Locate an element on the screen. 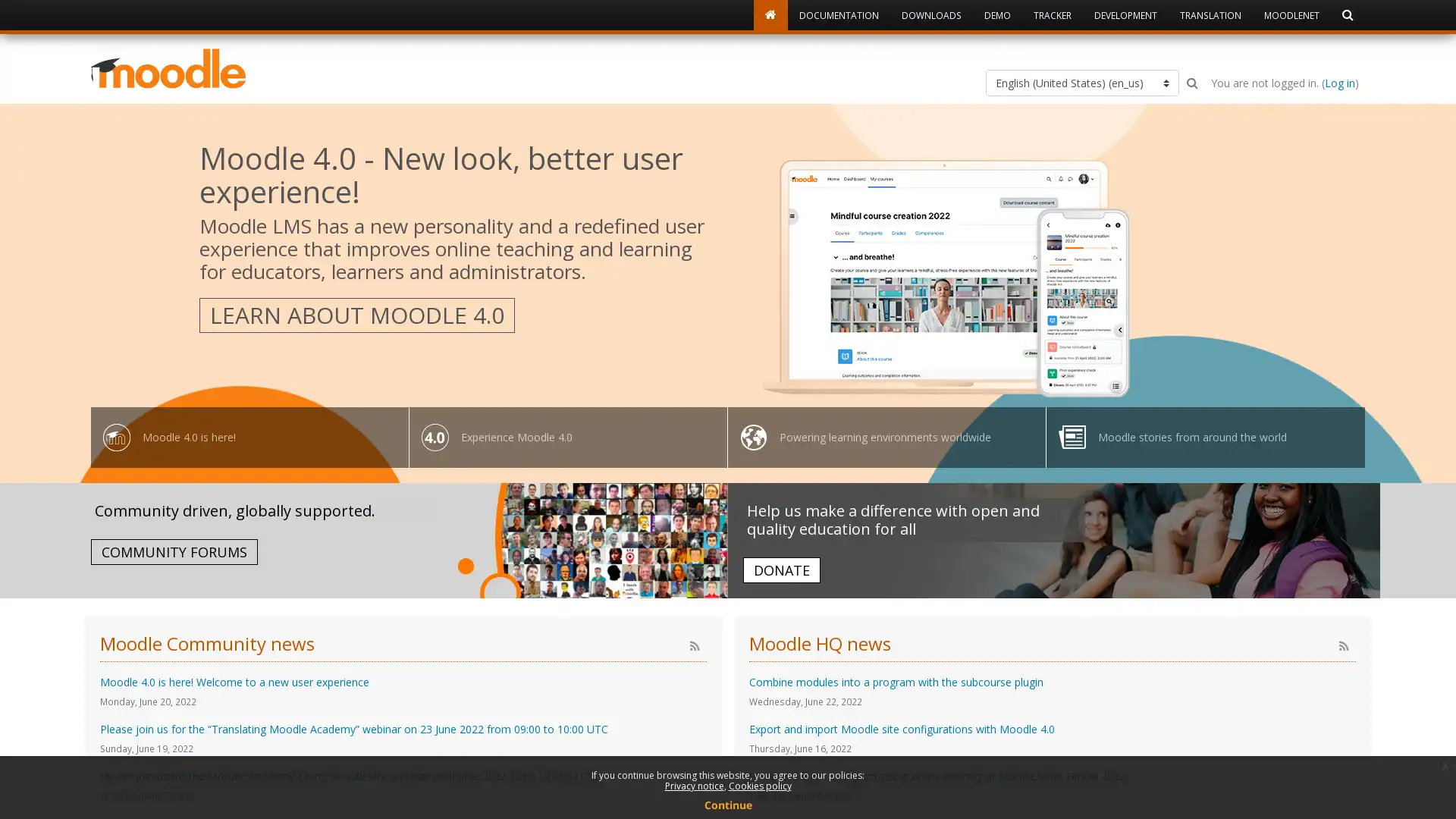 This screenshot has width=1456, height=819. Toggle search input is located at coordinates (1191, 83).